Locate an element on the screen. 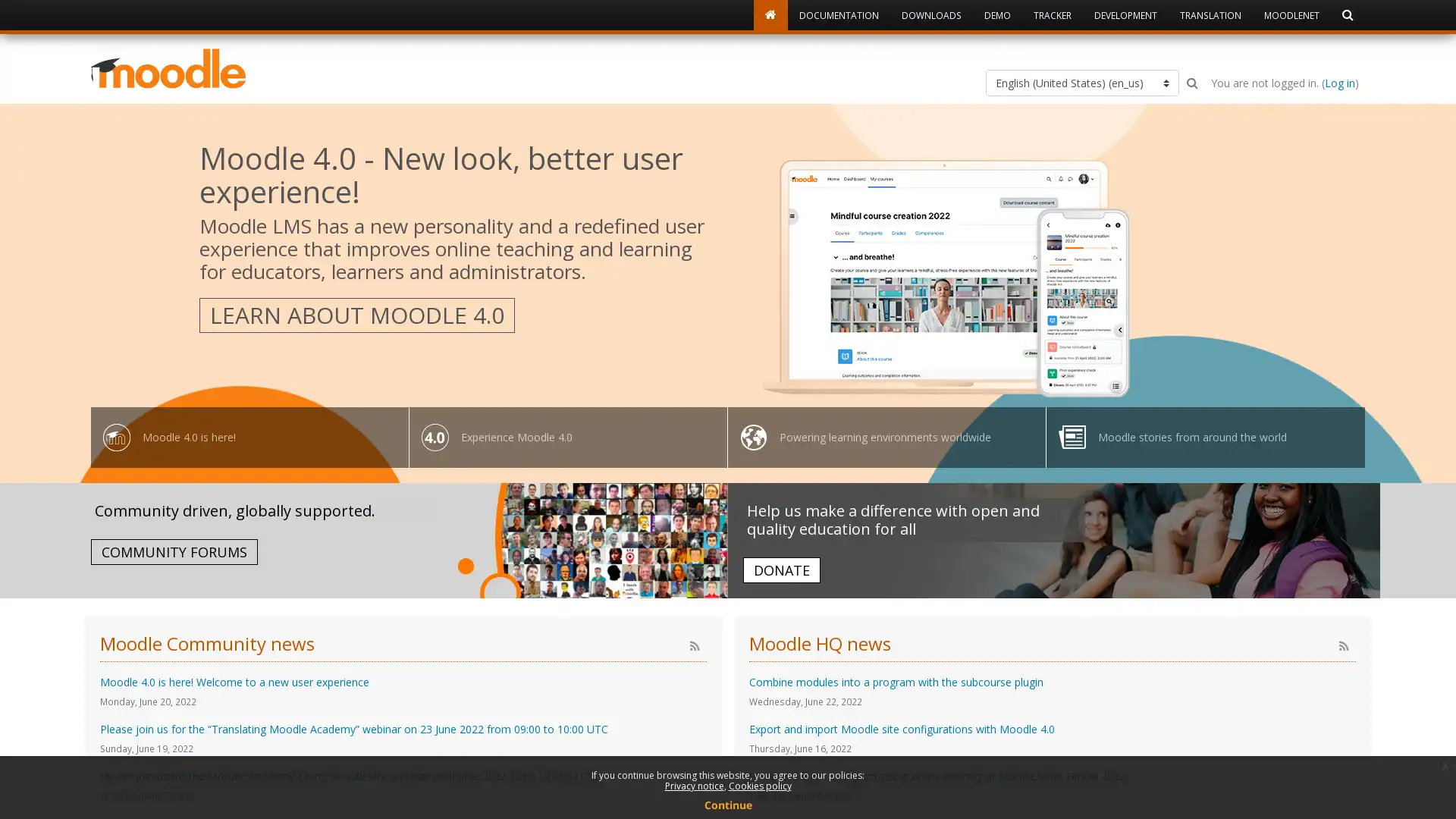 This screenshot has width=1456, height=819. Toggle search input is located at coordinates (1191, 83).